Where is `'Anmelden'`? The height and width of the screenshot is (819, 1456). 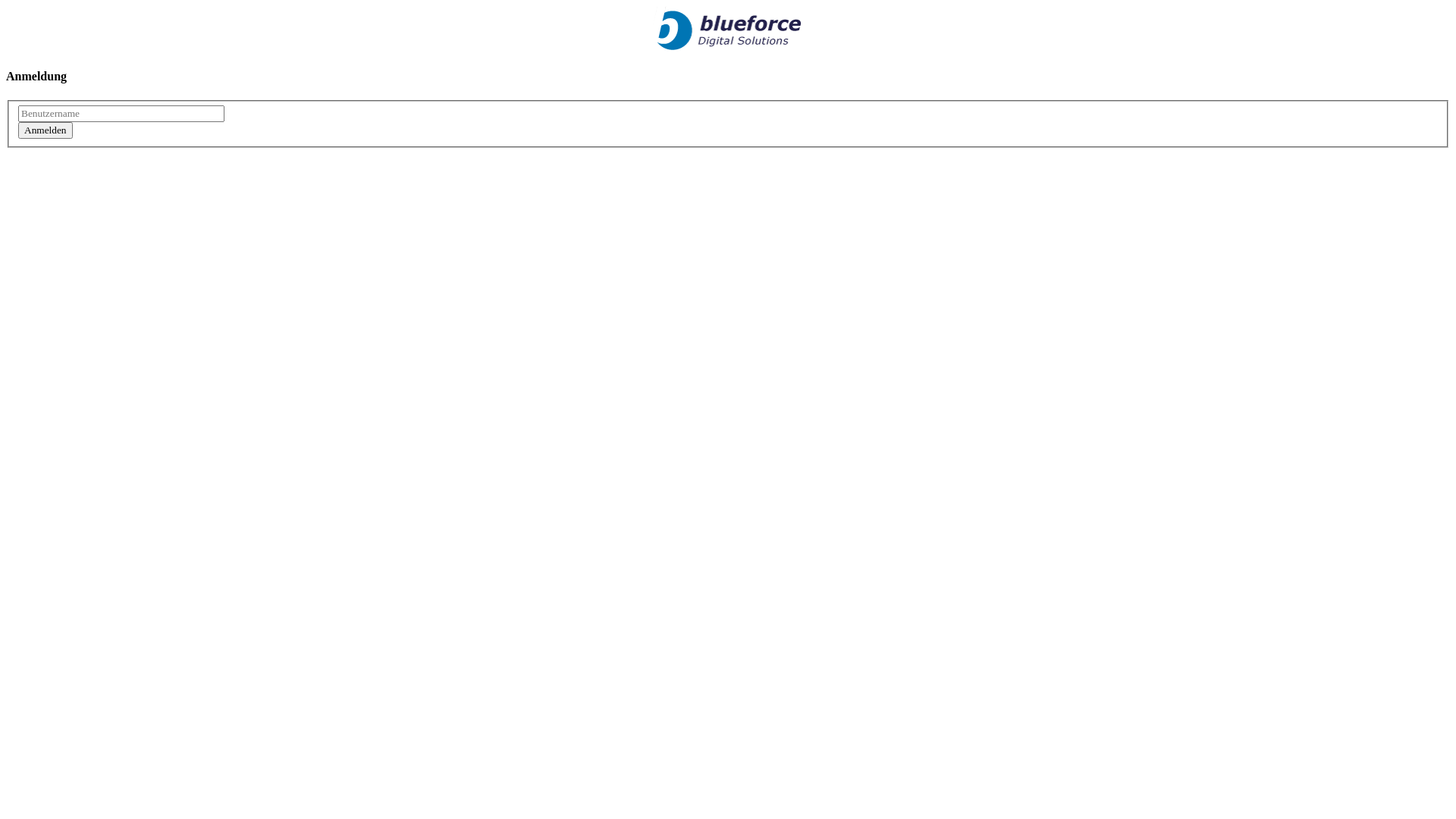 'Anmelden' is located at coordinates (45, 130).